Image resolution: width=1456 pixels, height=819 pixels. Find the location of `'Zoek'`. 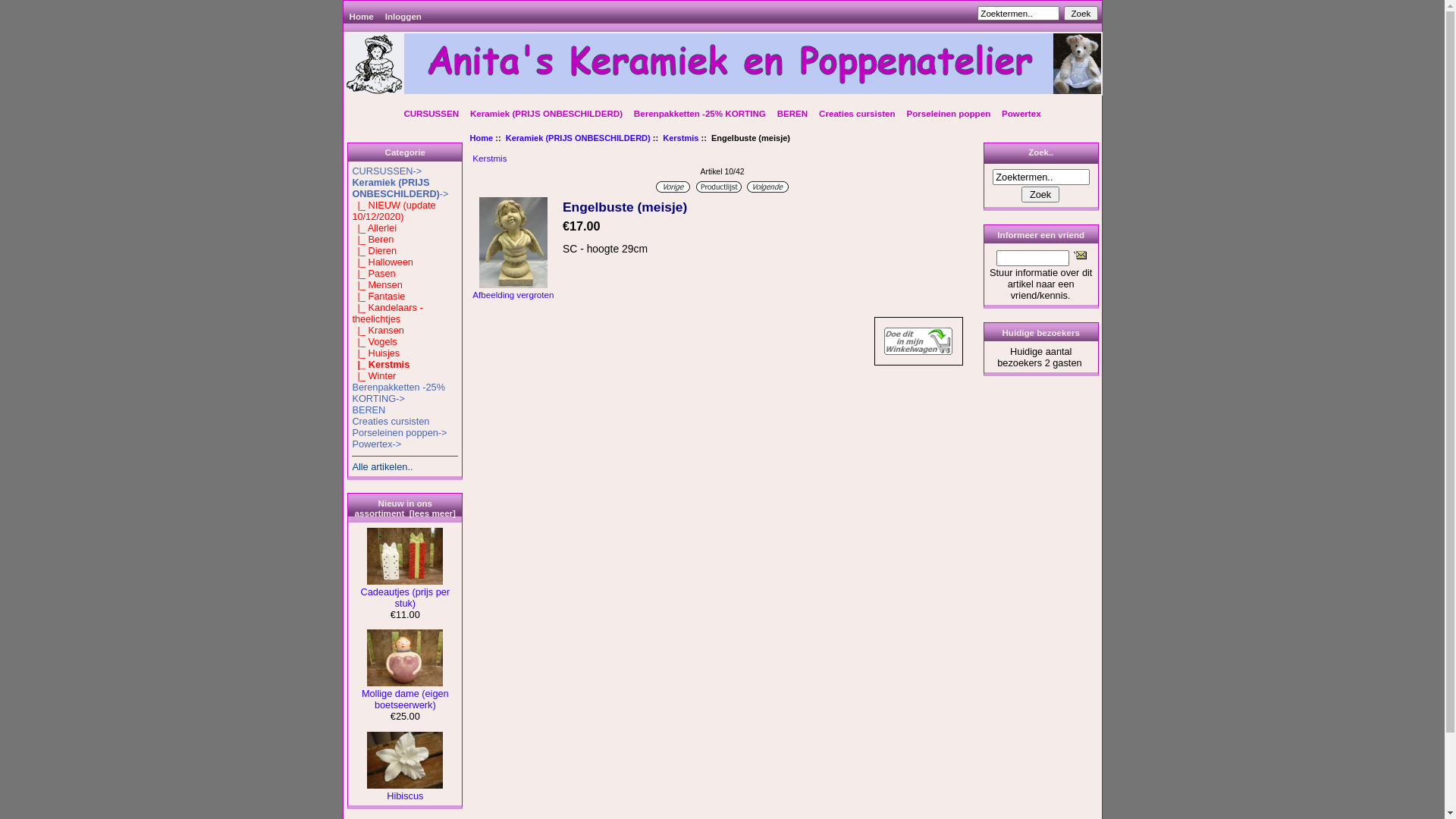

'Zoek' is located at coordinates (1080, 13).